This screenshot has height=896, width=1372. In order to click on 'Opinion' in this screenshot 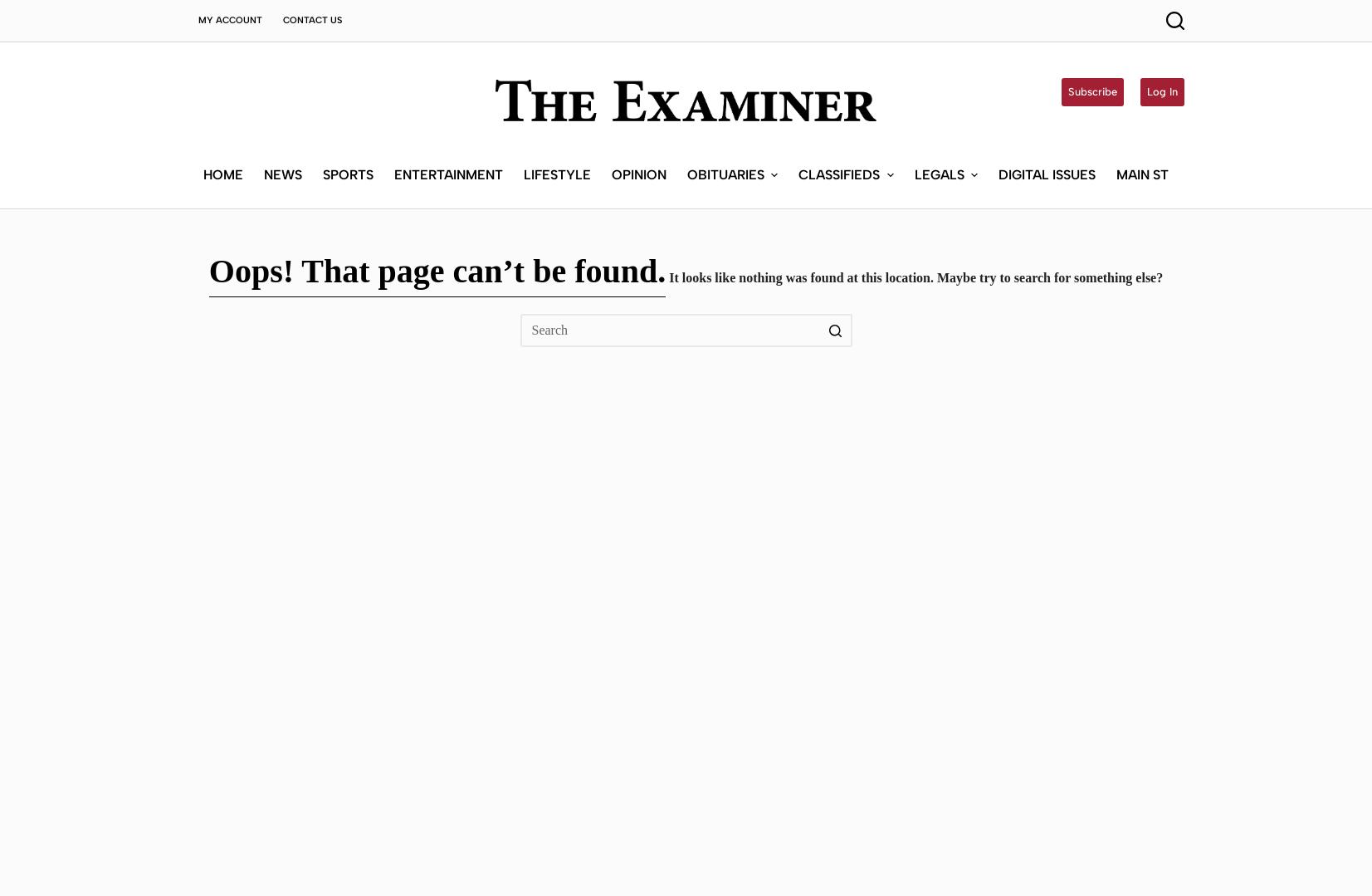, I will do `click(637, 57)`.